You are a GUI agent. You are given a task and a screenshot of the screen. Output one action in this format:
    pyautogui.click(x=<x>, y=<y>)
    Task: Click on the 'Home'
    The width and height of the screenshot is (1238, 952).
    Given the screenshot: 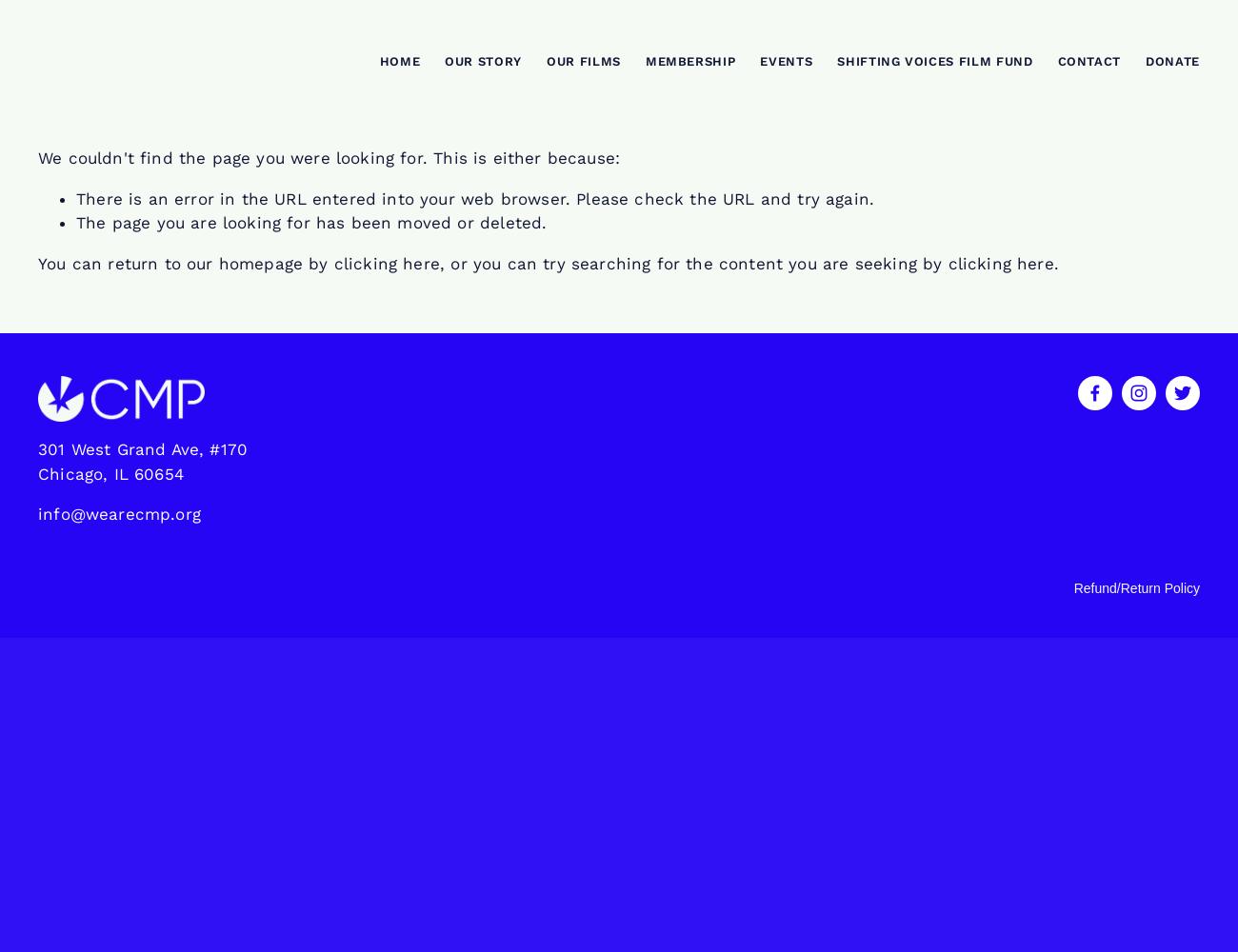 What is the action you would take?
    pyautogui.click(x=399, y=60)
    